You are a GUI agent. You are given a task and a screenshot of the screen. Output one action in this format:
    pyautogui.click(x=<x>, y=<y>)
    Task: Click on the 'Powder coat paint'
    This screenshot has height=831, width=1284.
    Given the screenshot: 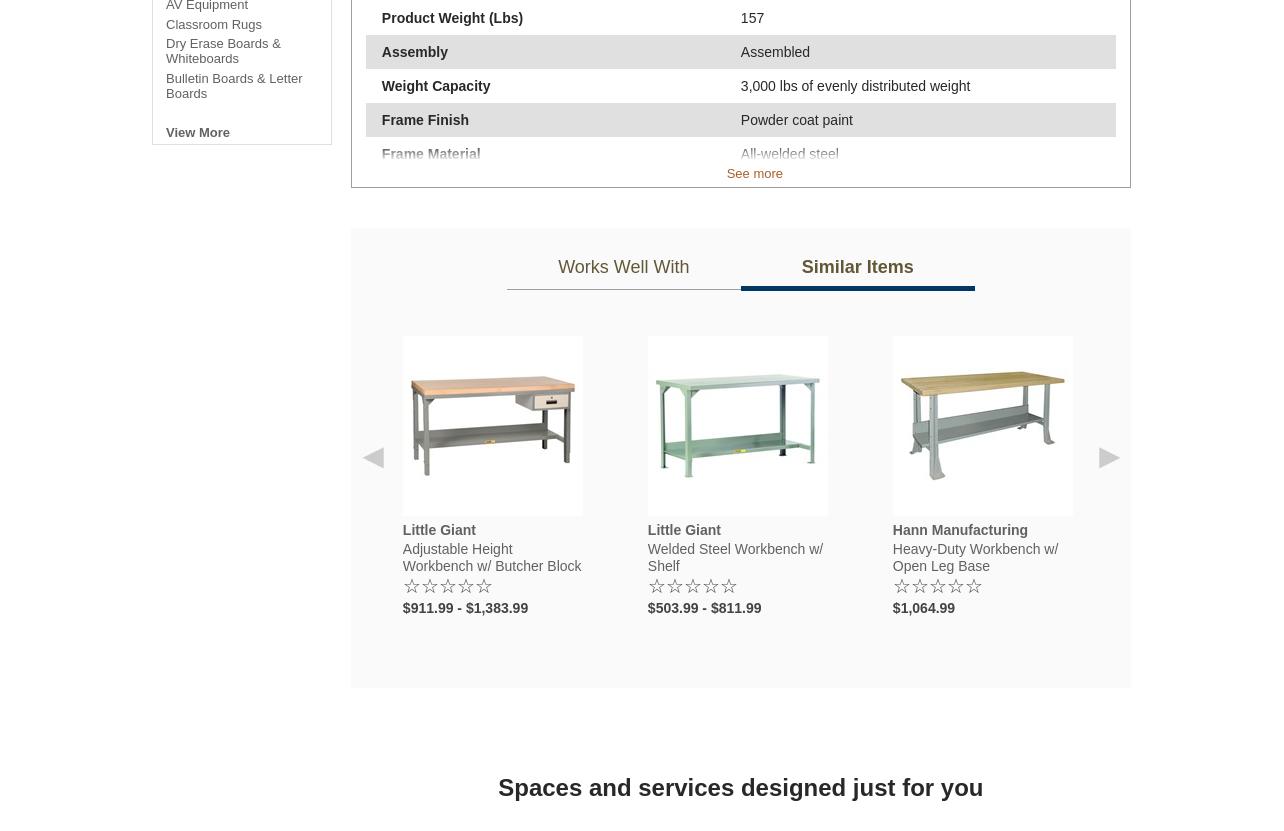 What is the action you would take?
    pyautogui.click(x=795, y=119)
    